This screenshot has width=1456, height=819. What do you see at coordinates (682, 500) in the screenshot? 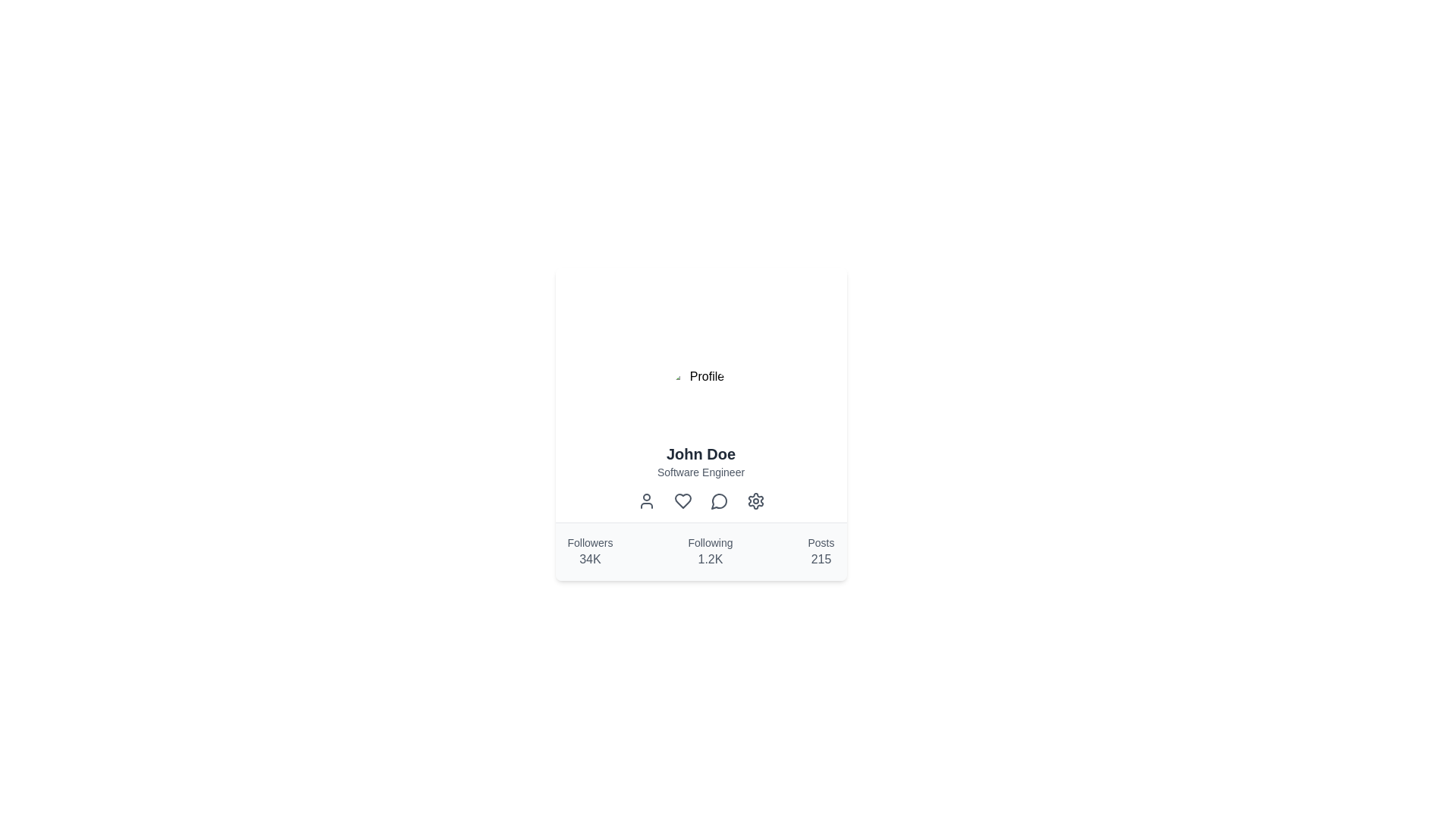
I see `the 'like' or 'favorite' icon, which is the second icon from the left in a horizontal series of icons at the bottom section of the interface` at bounding box center [682, 500].